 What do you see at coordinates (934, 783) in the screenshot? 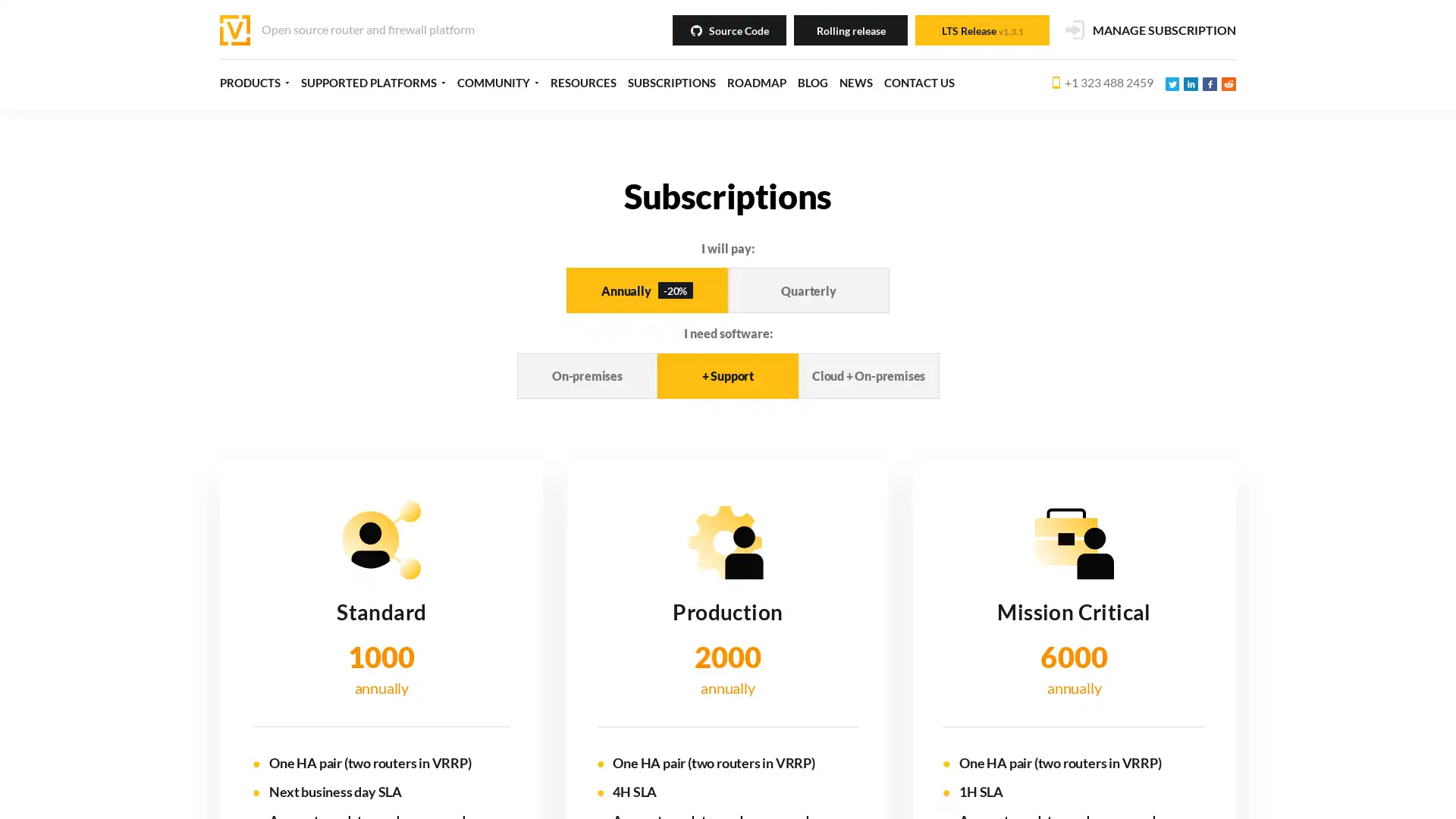
I see `Accept` at bounding box center [934, 783].